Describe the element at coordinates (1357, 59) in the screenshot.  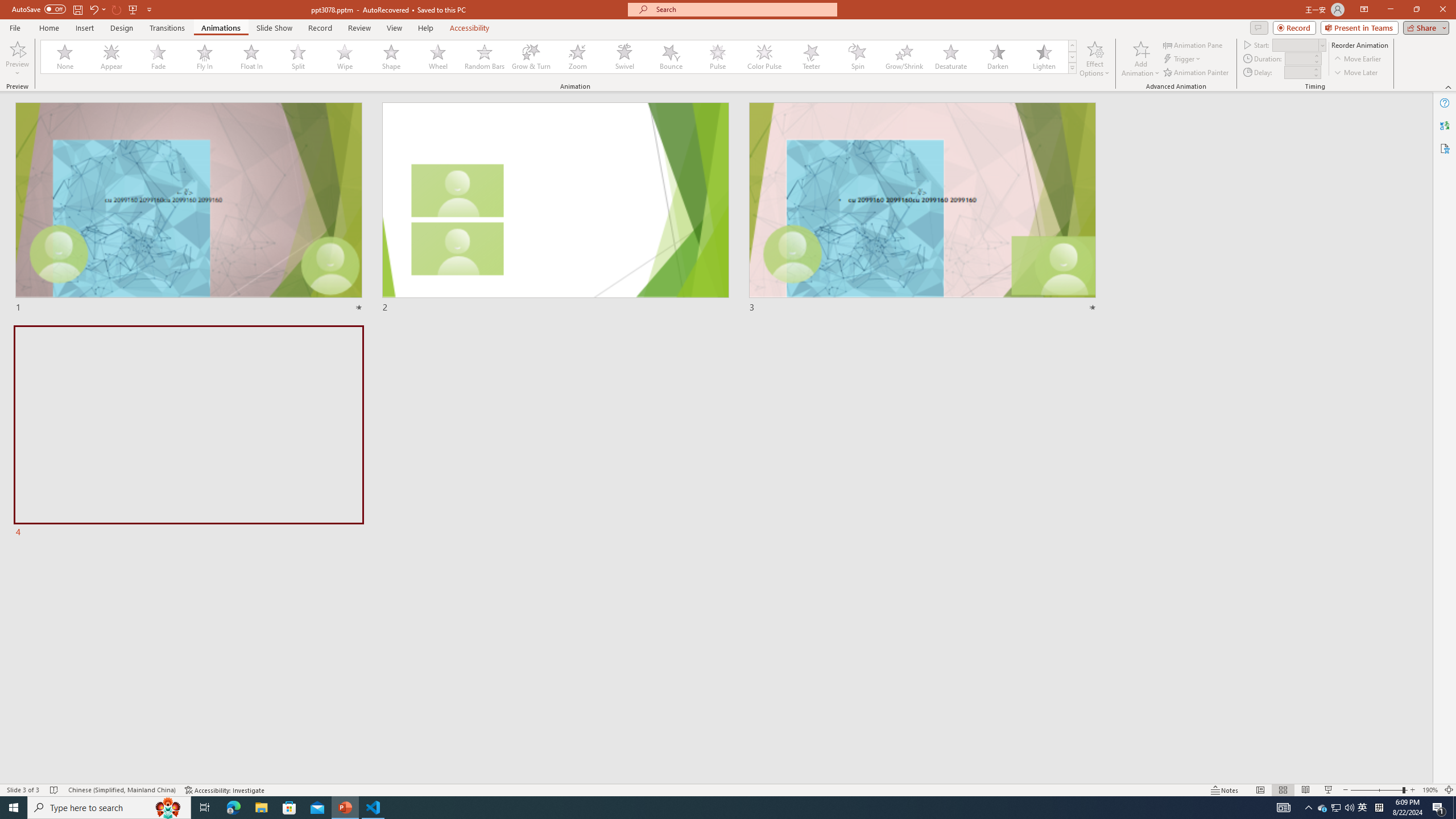
I see `'Move Earlier'` at that location.